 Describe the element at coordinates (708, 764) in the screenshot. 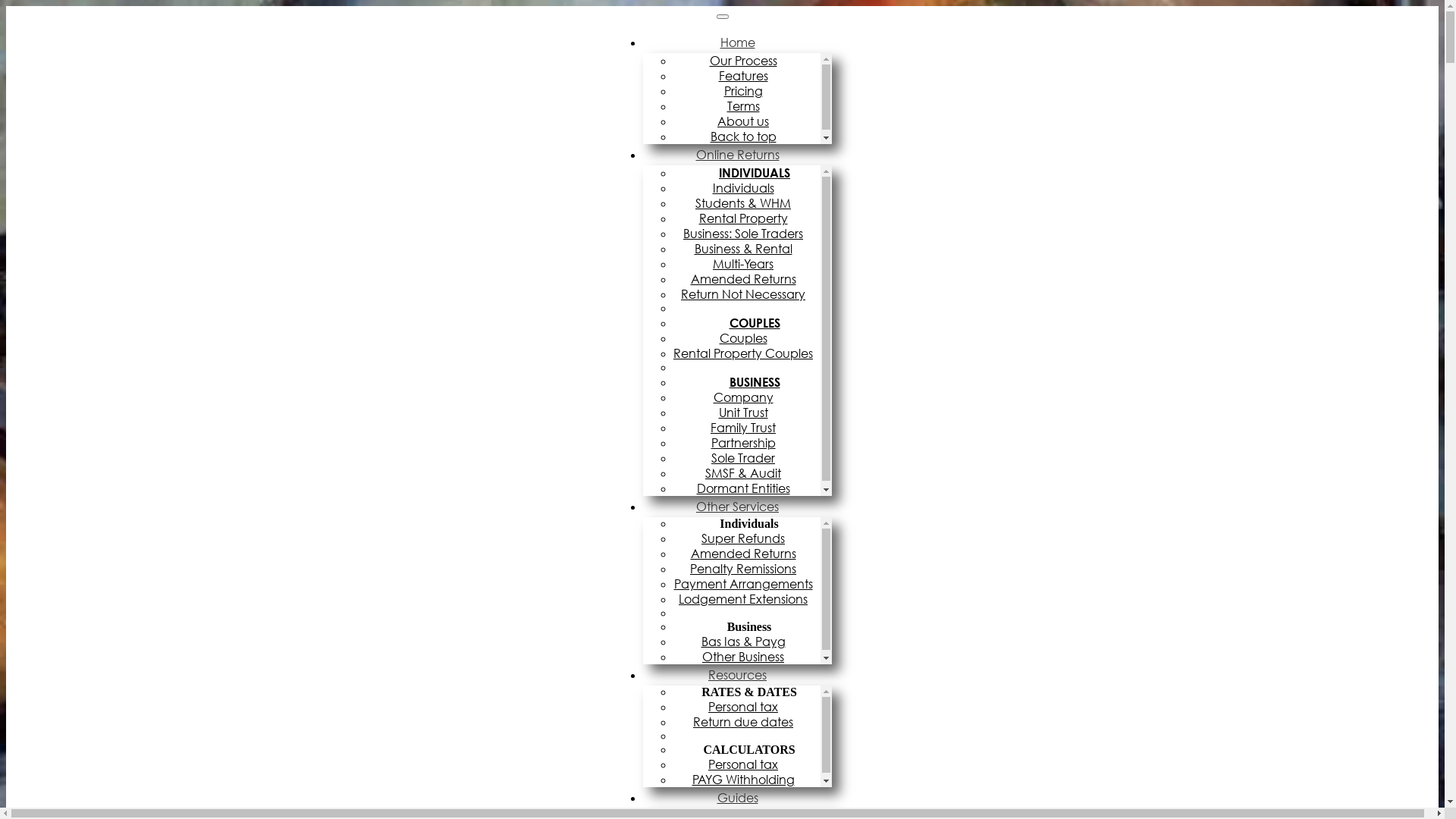

I see `'Personal tax'` at that location.